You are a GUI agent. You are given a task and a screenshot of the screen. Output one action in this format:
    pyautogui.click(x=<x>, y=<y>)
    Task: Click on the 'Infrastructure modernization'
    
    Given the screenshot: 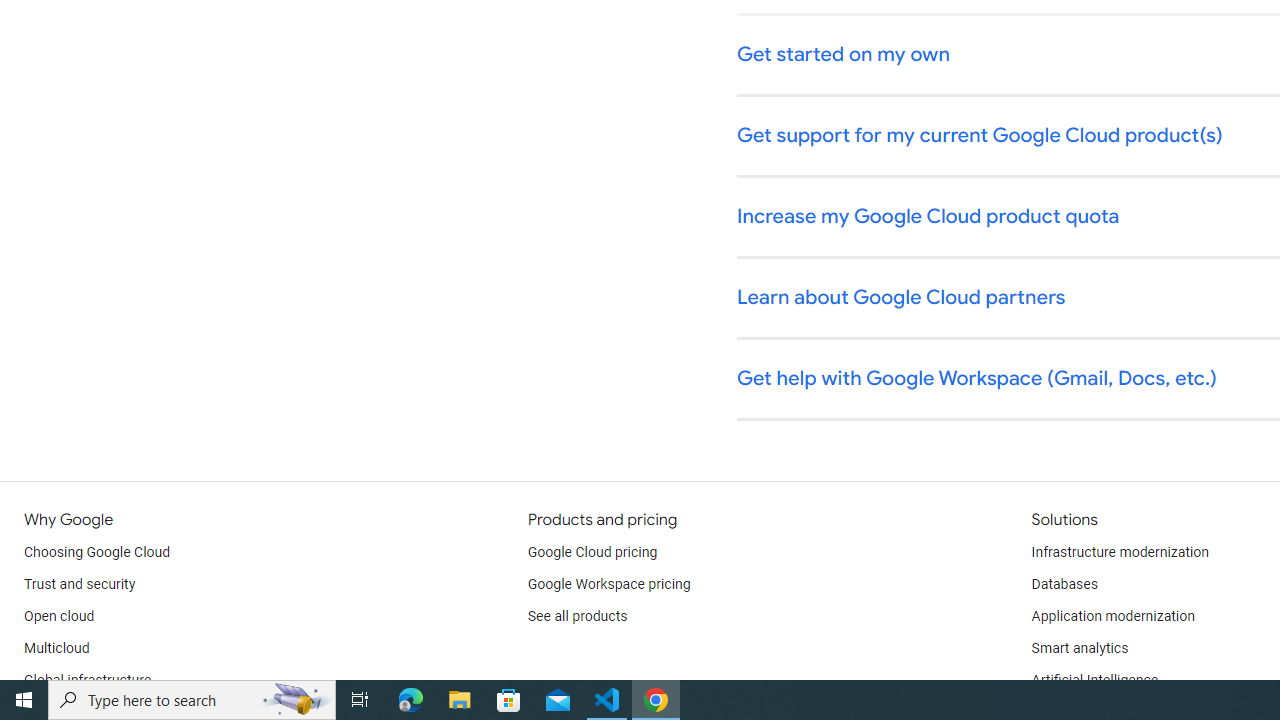 What is the action you would take?
    pyautogui.click(x=1120, y=552)
    